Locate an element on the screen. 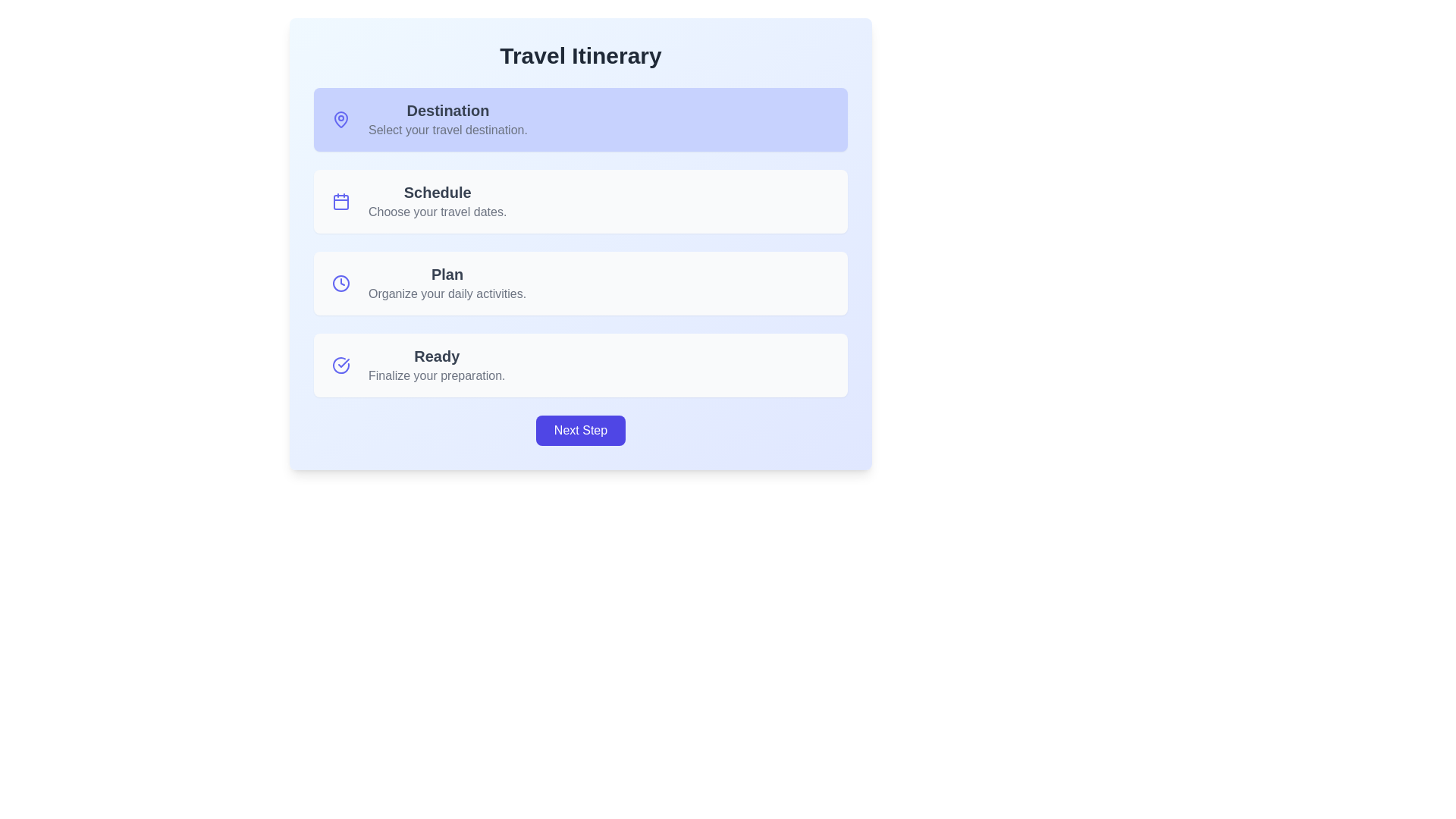 The height and width of the screenshot is (819, 1456). the static text label that instructs the user to select their travel destination, located directly beneath the 'Destination' title in a highlighted section is located at coordinates (447, 130).